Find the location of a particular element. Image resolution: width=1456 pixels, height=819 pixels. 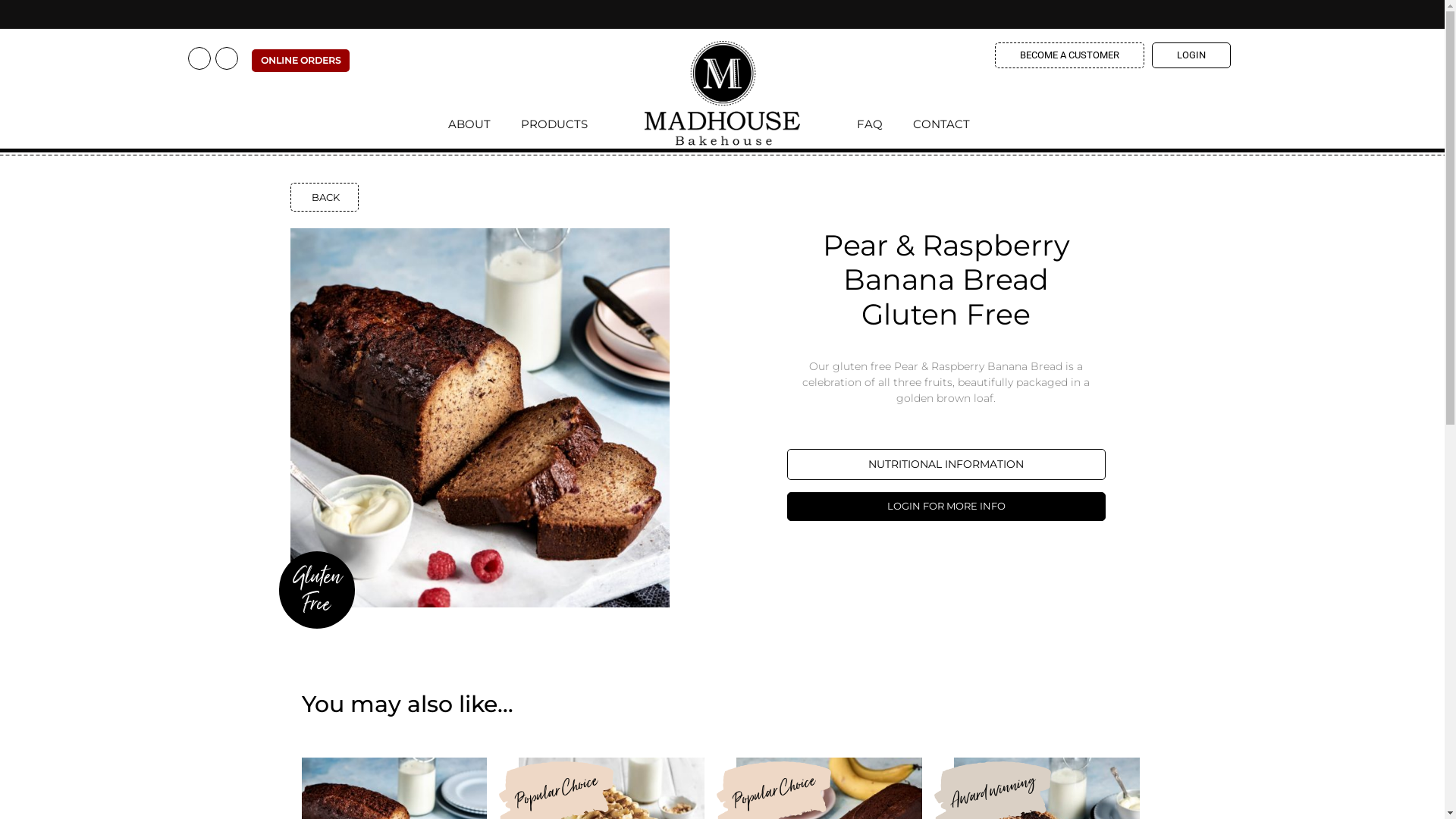

'breakfast-pearandraspberrybread- Gluten05' is located at coordinates (479, 417).